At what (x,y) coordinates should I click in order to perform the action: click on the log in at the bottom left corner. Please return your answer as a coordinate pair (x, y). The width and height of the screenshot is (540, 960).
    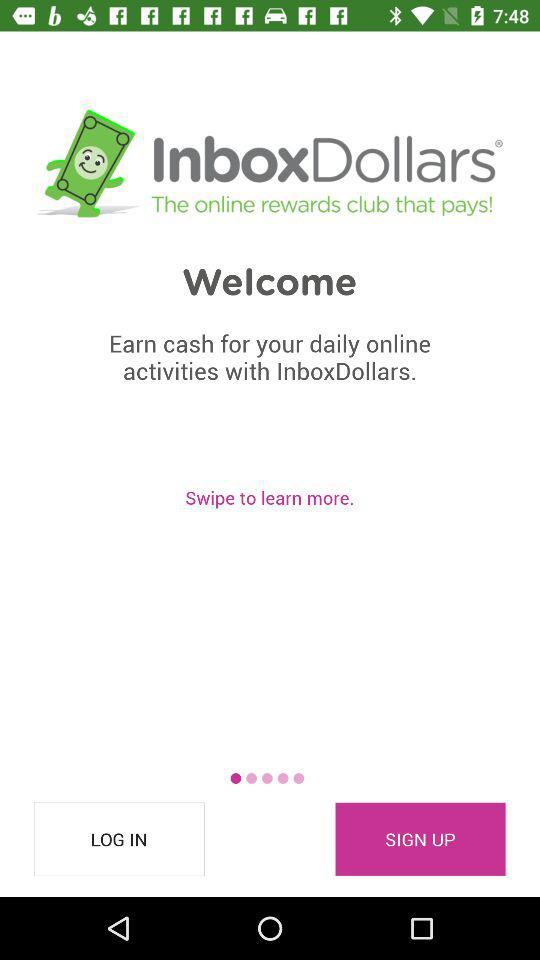
    Looking at the image, I should click on (119, 839).